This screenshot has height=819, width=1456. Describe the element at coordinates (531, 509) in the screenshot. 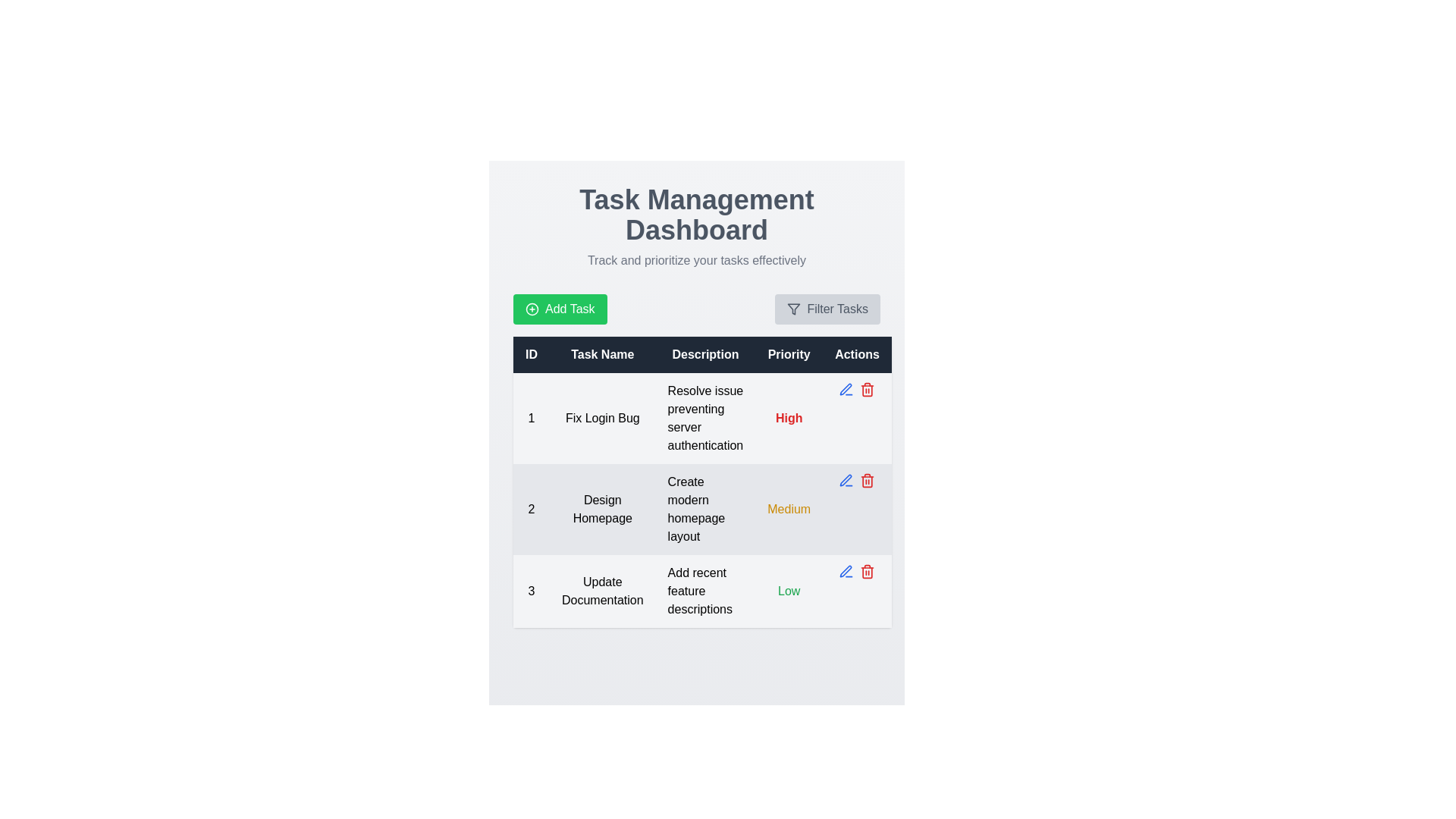

I see `the non-interactive text label in the 'ID' column of the second row in the table, which serves as an identifier for the task` at that location.